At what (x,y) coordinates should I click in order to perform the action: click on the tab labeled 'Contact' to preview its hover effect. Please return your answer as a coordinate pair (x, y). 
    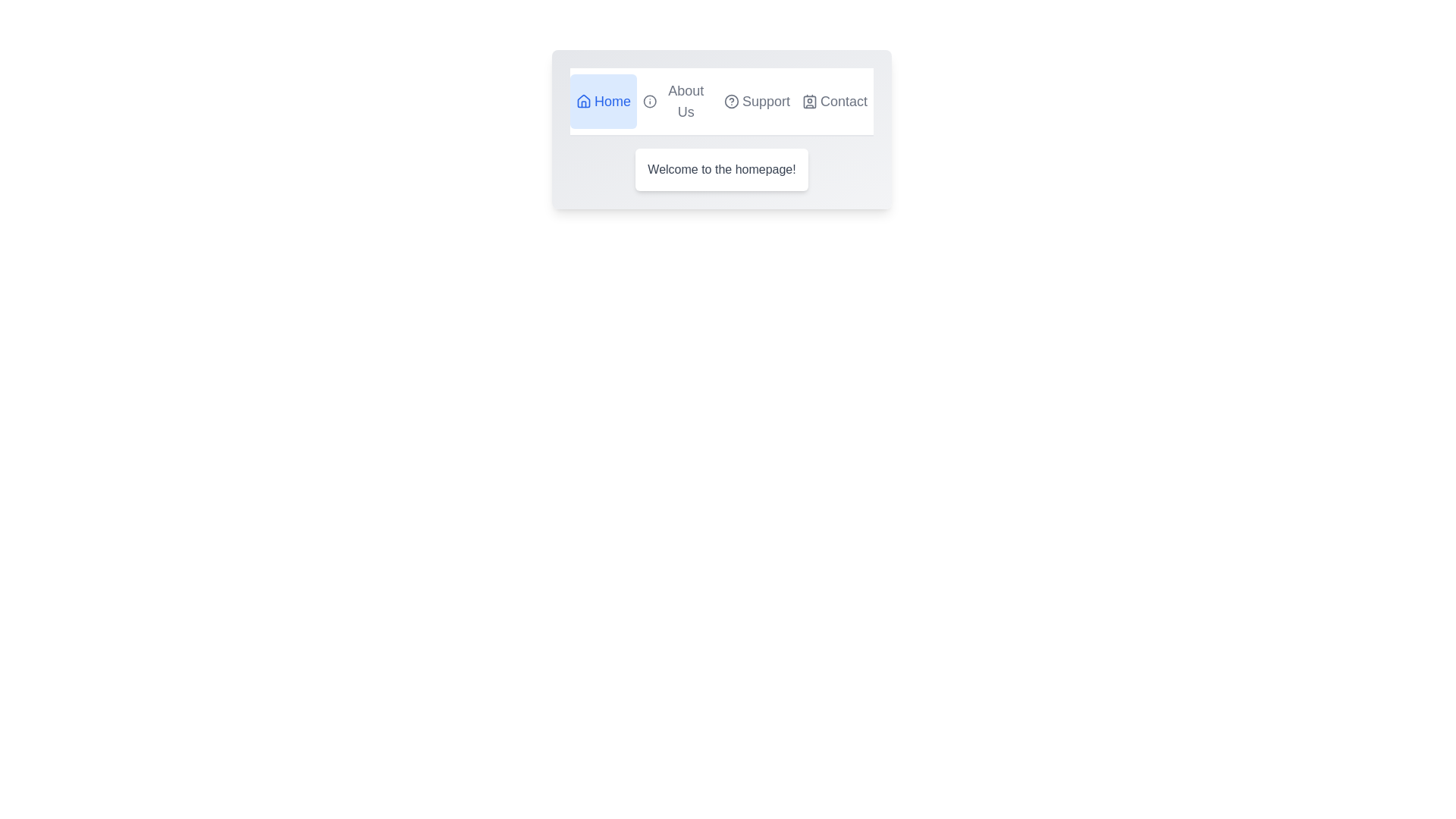
    Looking at the image, I should click on (833, 102).